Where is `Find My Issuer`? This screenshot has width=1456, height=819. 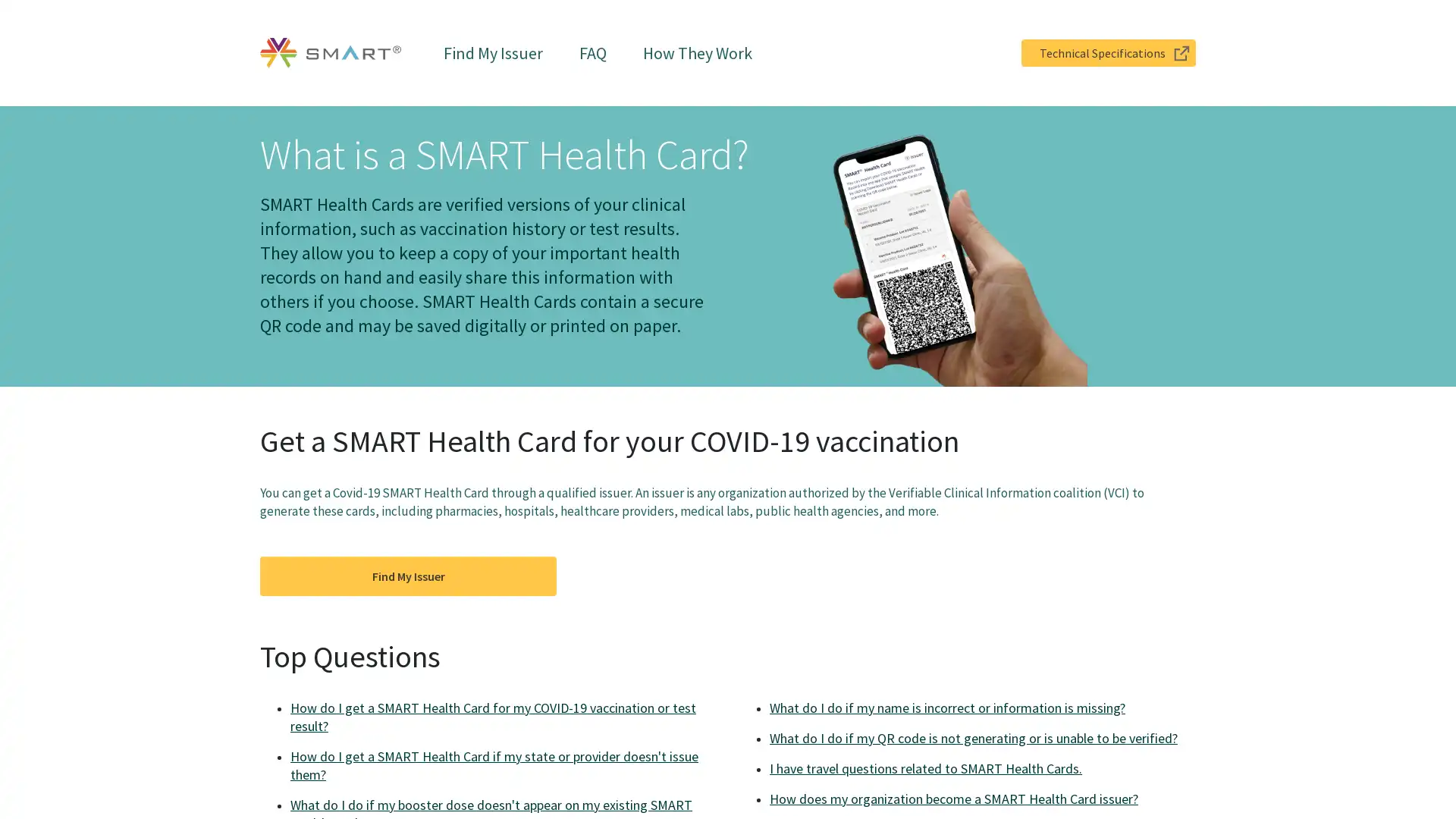
Find My Issuer is located at coordinates (408, 576).